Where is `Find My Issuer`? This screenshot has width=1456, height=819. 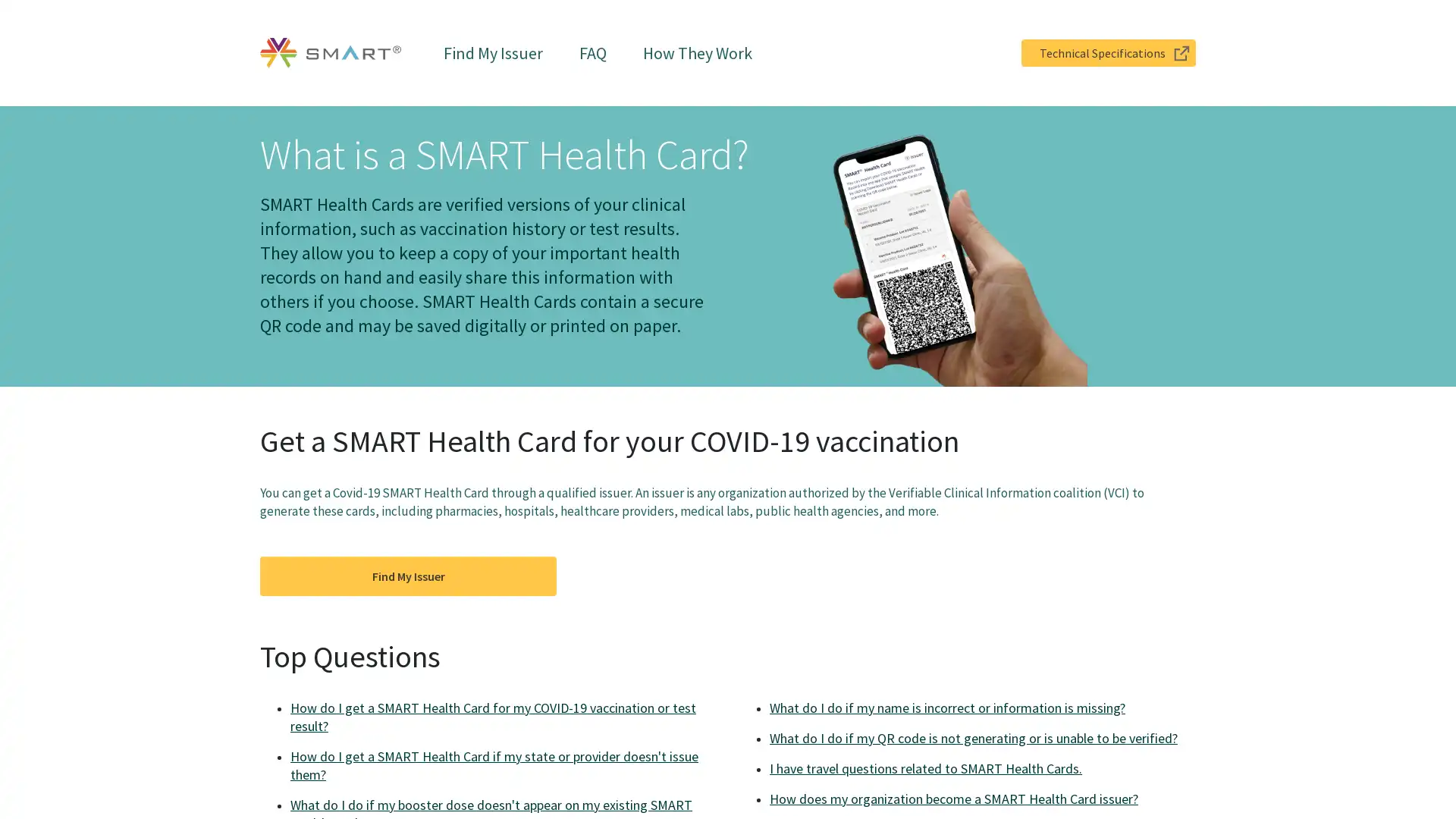
Find My Issuer is located at coordinates (408, 576).